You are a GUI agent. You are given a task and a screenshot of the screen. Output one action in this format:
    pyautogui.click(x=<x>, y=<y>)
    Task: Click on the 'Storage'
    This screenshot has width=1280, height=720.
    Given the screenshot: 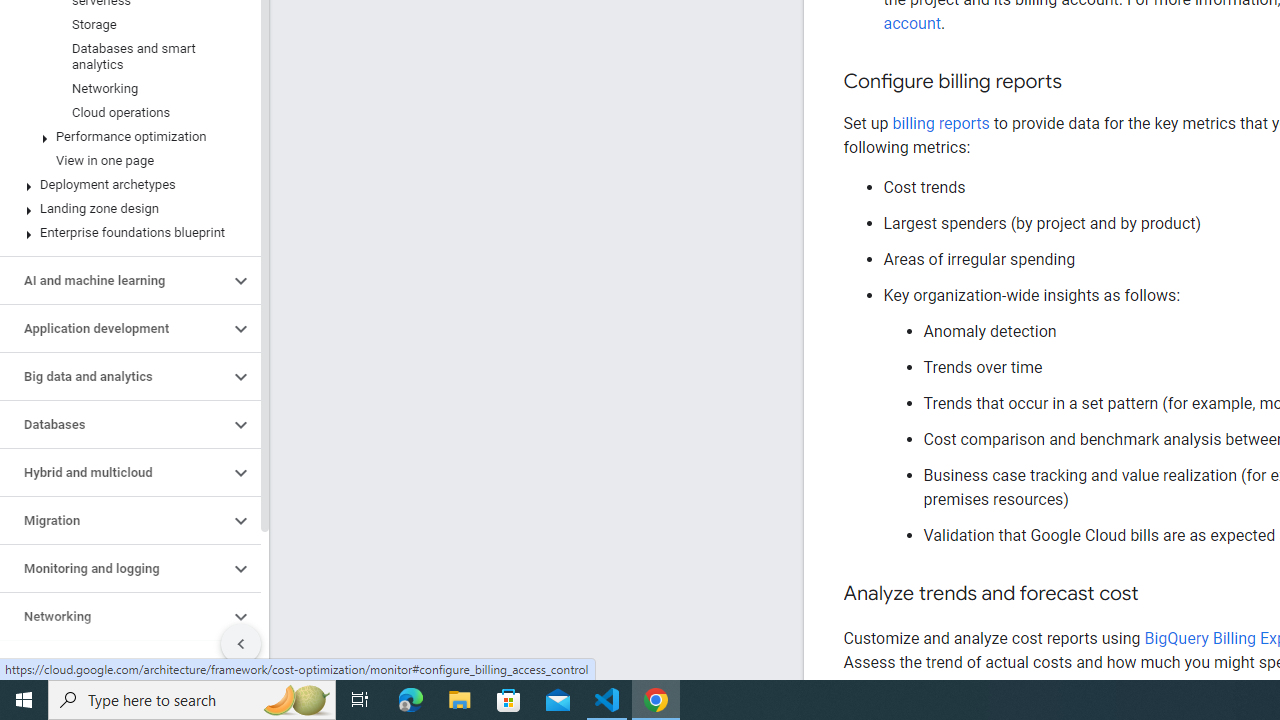 What is the action you would take?
    pyautogui.click(x=125, y=24)
    